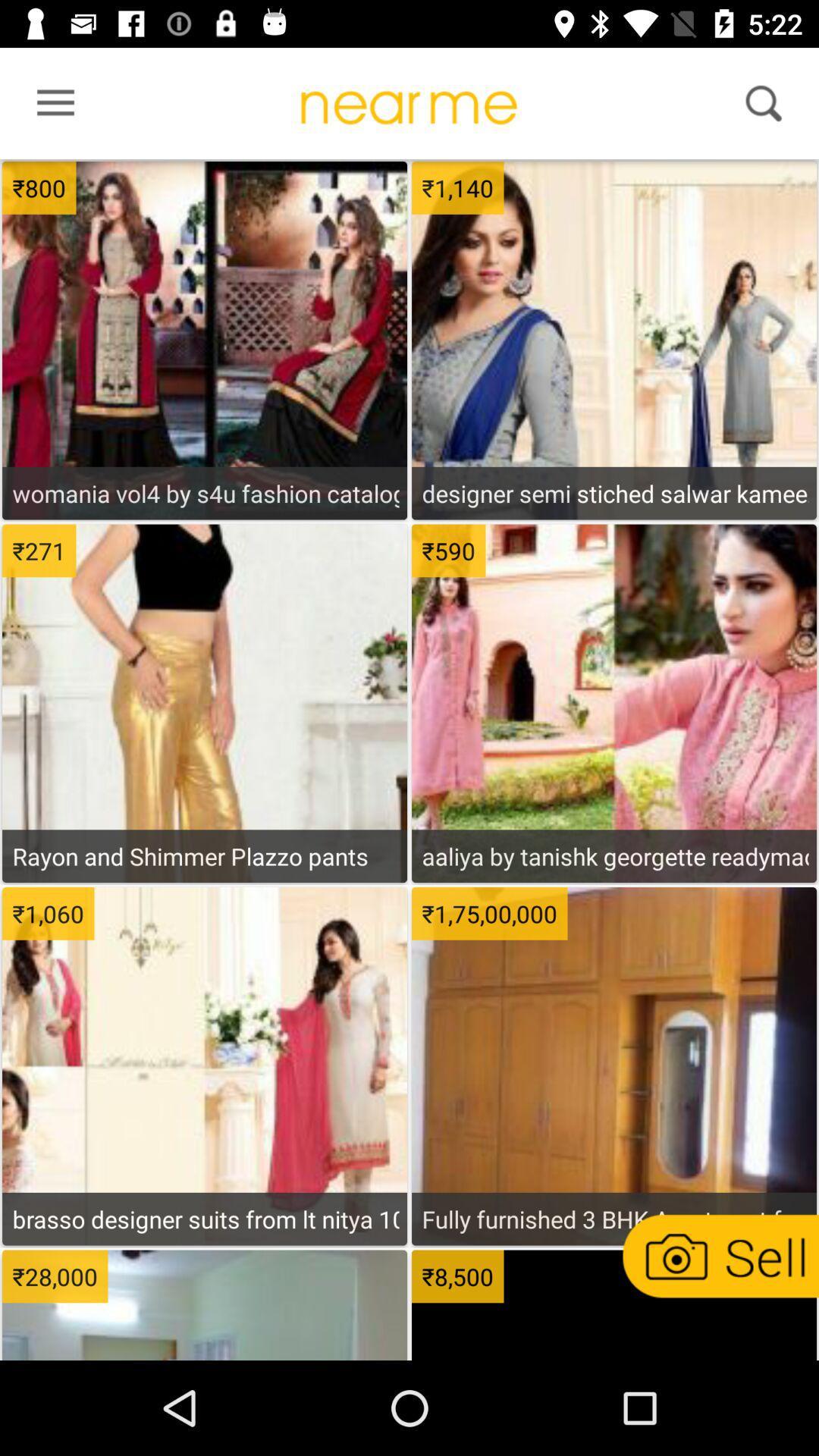 The image size is (819, 1456). What do you see at coordinates (614, 856) in the screenshot?
I see `the aaliya by tanishk` at bounding box center [614, 856].